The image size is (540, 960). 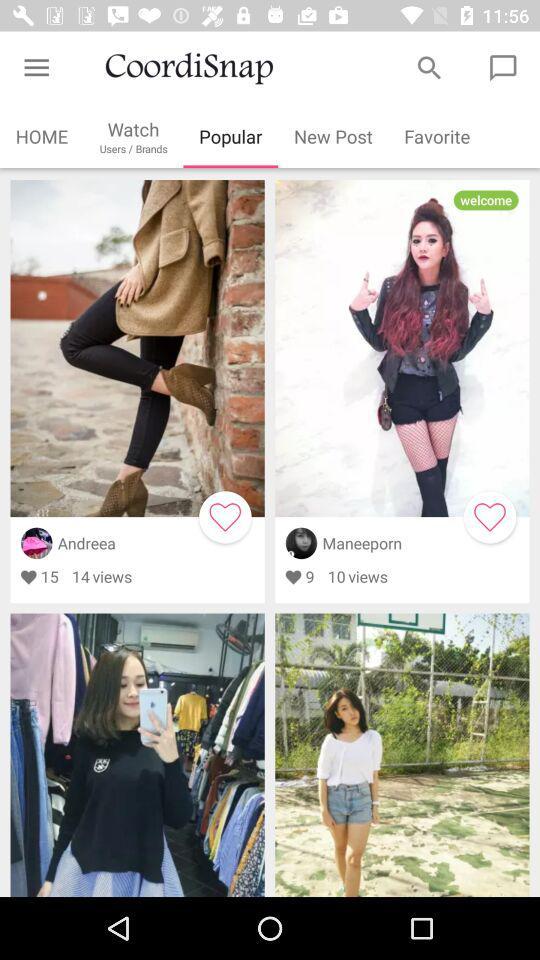 I want to click on like, so click(x=489, y=516).